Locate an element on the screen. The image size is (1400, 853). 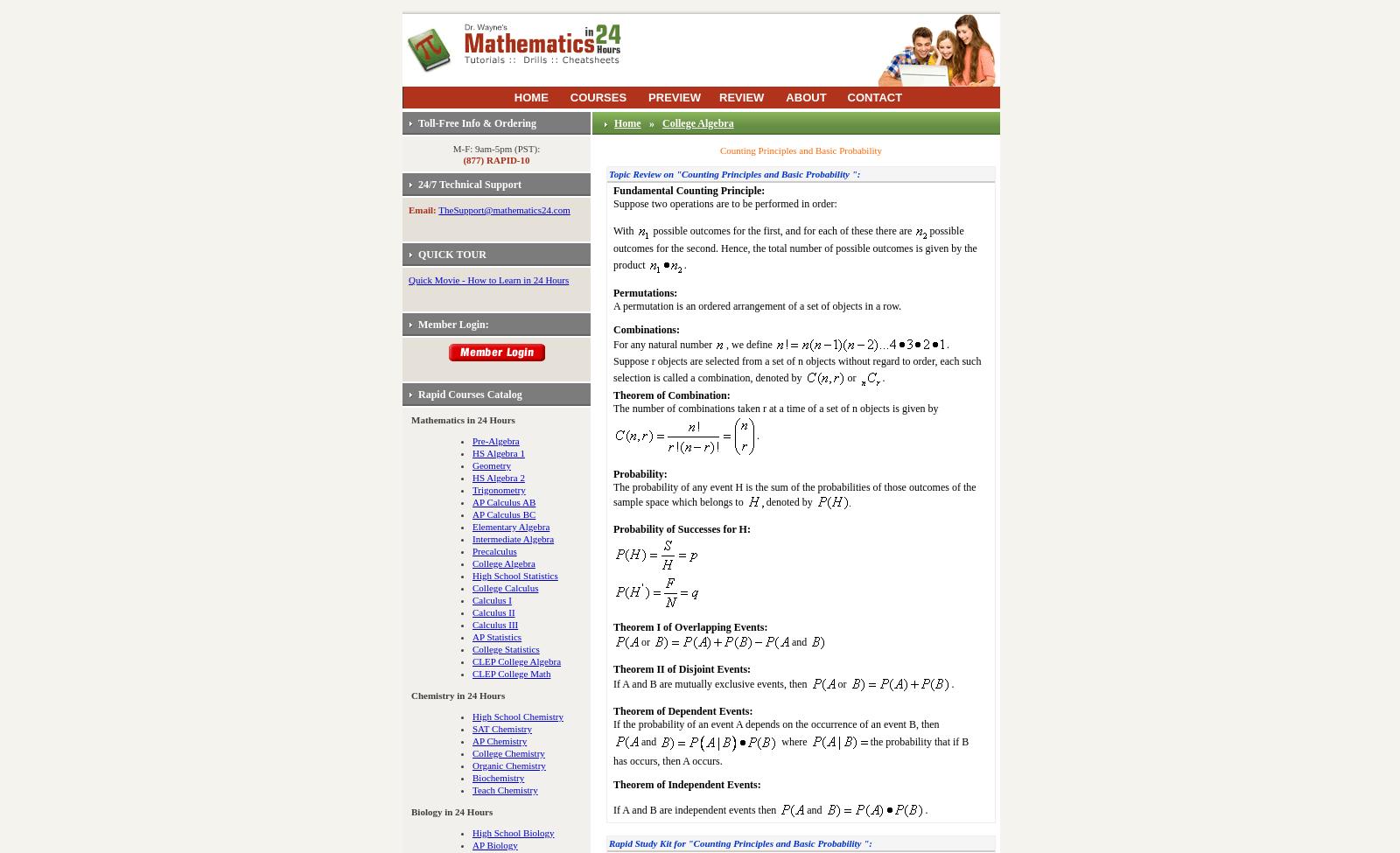
'Theorem of Dependent Events:' is located at coordinates (682, 710).